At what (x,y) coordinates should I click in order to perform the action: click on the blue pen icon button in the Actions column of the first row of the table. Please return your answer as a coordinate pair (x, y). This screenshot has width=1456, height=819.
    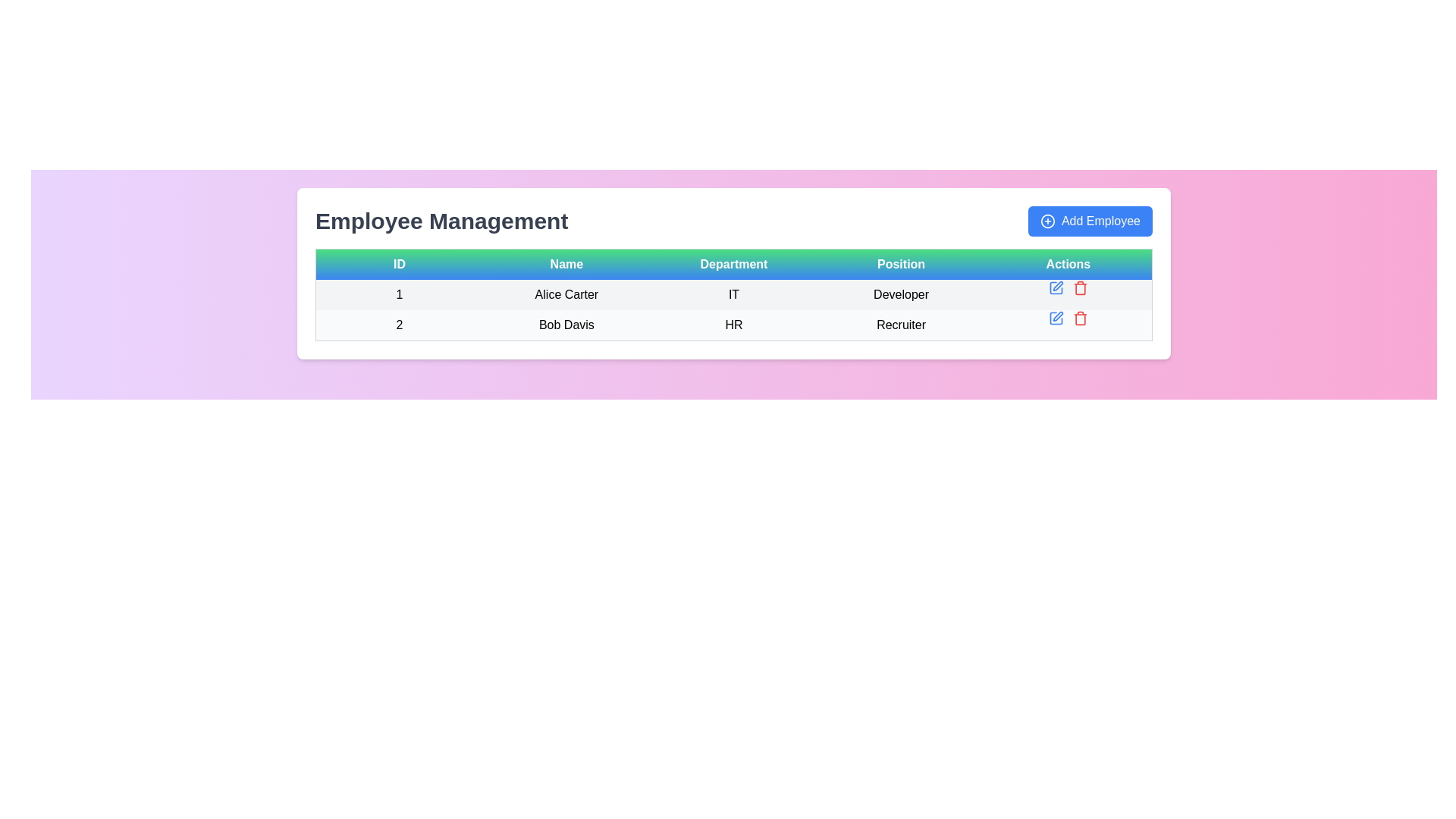
    Looking at the image, I should click on (1055, 288).